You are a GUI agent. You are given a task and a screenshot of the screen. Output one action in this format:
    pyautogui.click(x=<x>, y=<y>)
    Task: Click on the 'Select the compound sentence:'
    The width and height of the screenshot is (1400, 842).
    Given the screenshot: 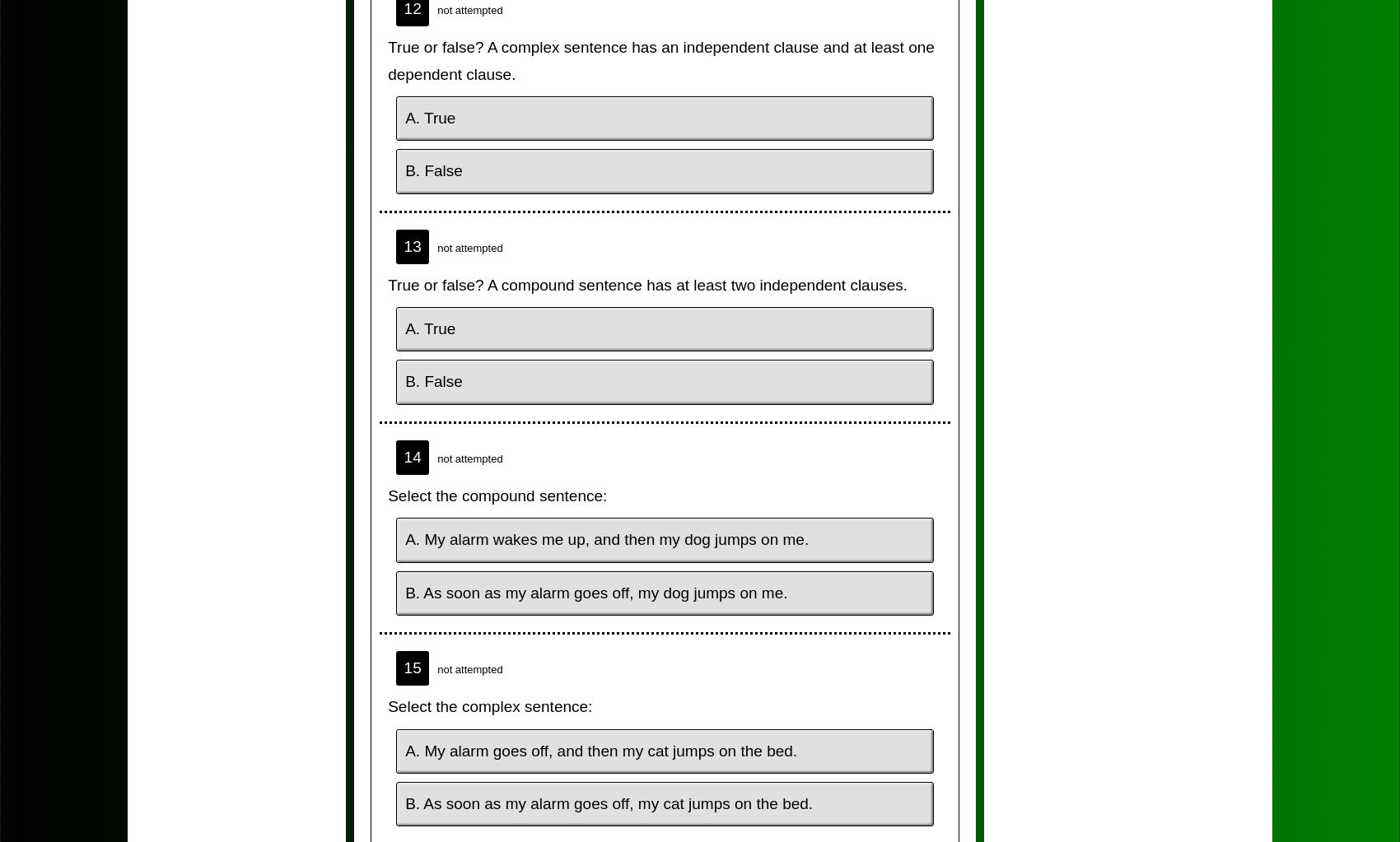 What is the action you would take?
    pyautogui.click(x=497, y=495)
    